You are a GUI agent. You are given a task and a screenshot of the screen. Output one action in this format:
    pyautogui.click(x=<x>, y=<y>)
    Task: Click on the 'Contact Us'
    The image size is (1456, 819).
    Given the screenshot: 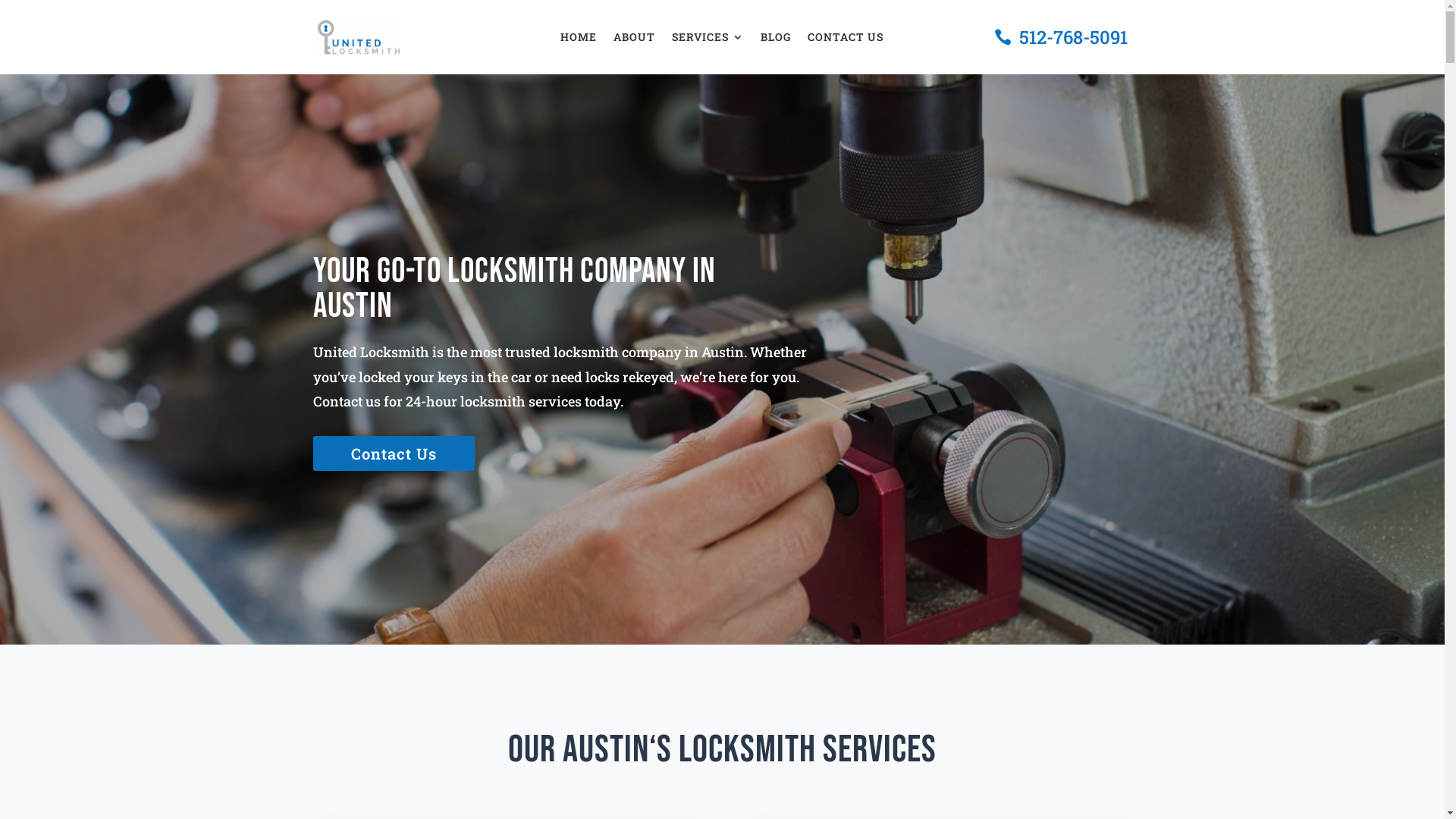 What is the action you would take?
    pyautogui.click(x=312, y=452)
    